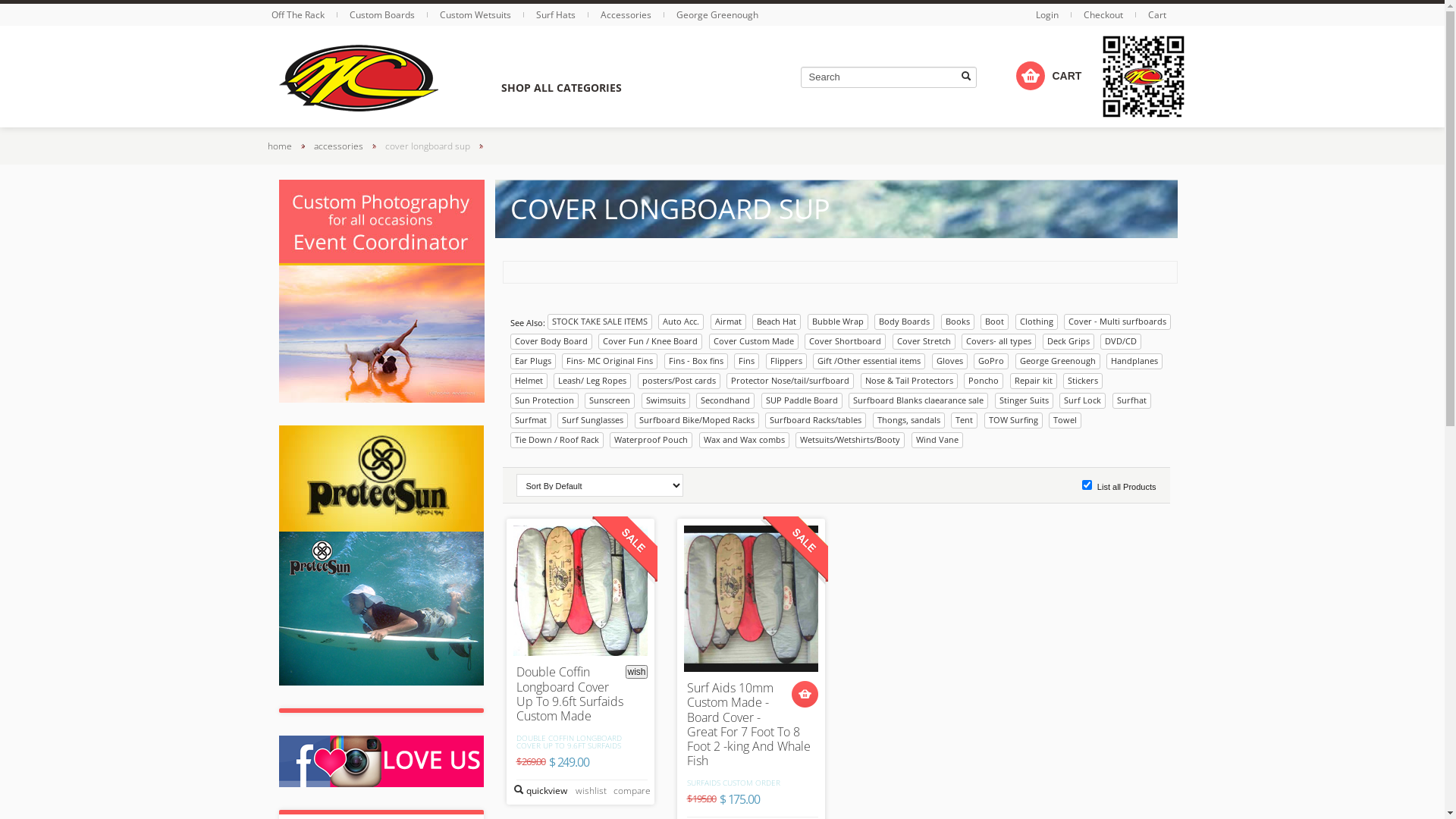 The height and width of the screenshot is (819, 1456). I want to click on 'Stinger Suits', so click(1024, 400).